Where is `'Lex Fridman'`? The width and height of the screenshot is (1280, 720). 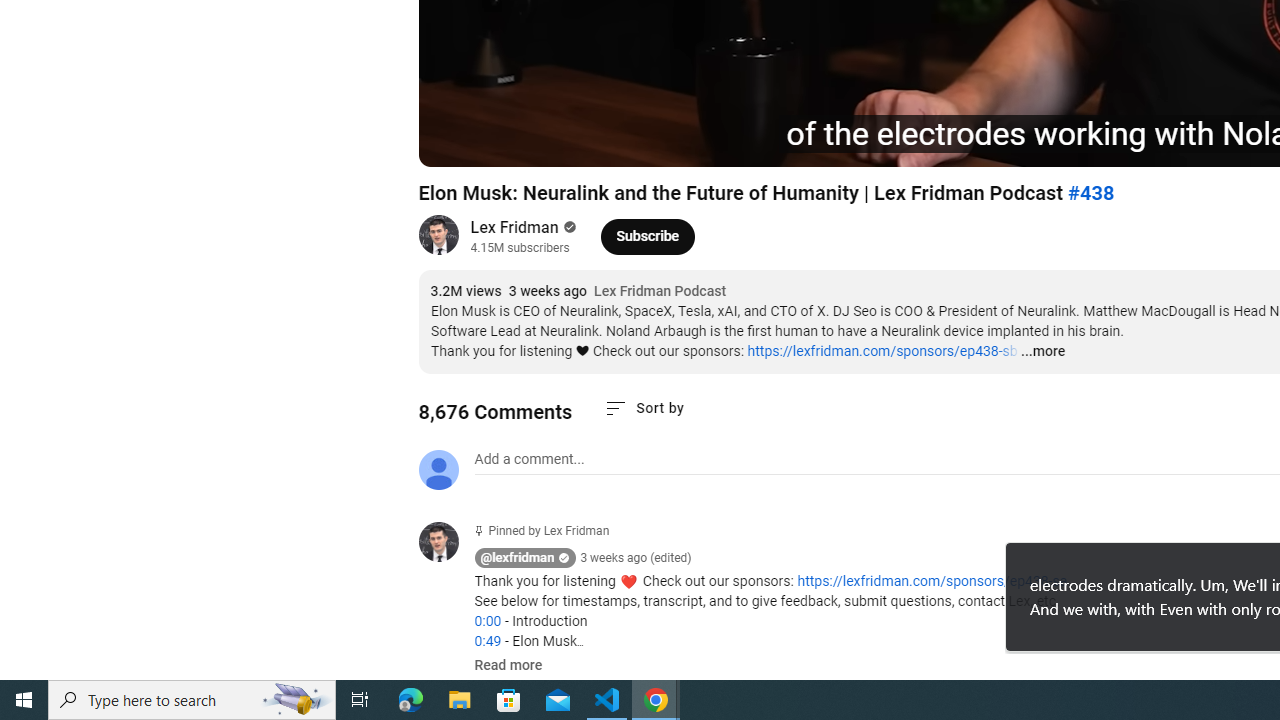
'Lex Fridman' is located at coordinates (515, 226).